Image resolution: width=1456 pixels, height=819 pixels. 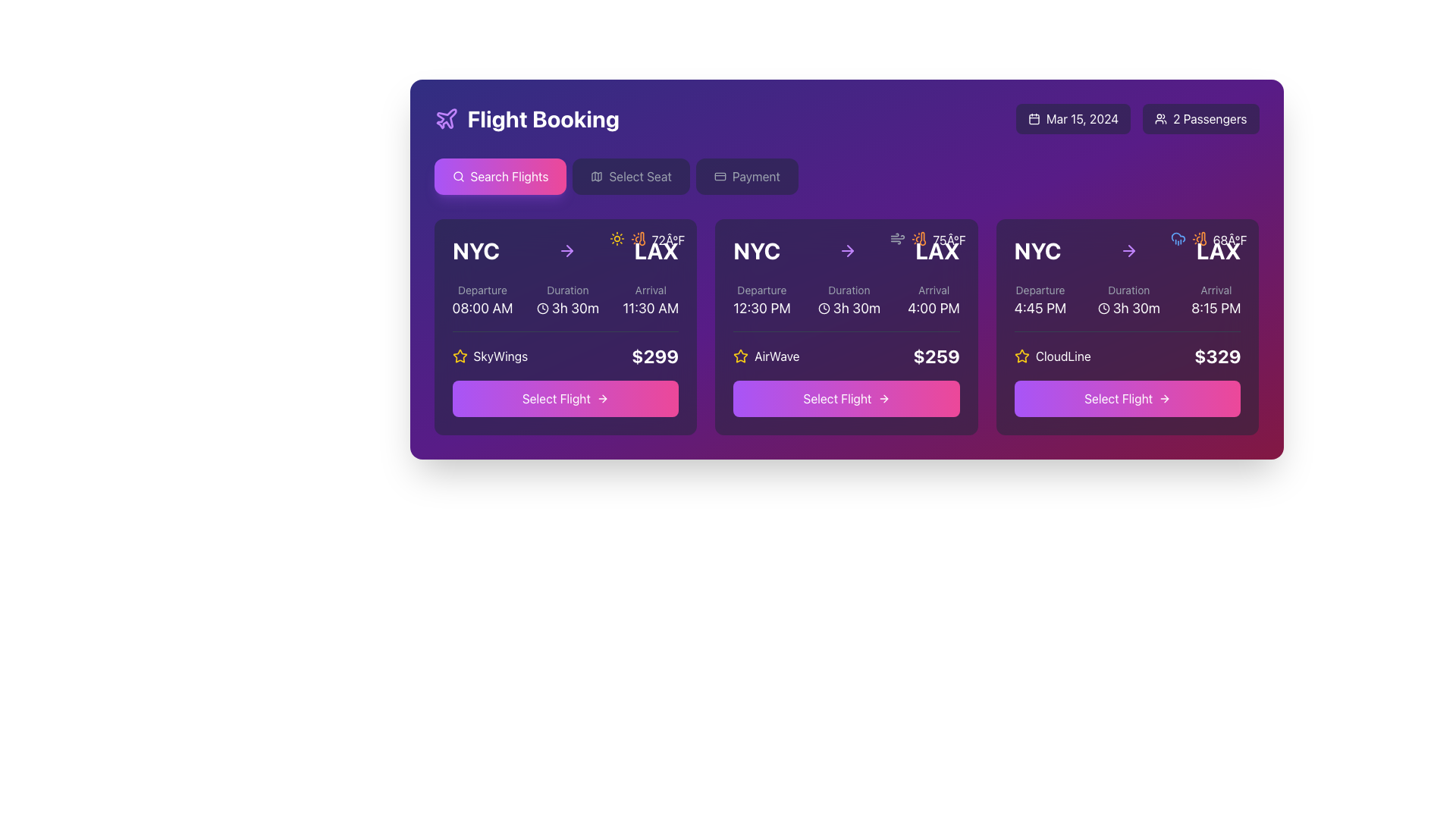 I want to click on the Navigation bar with buttons, so click(x=846, y=175).